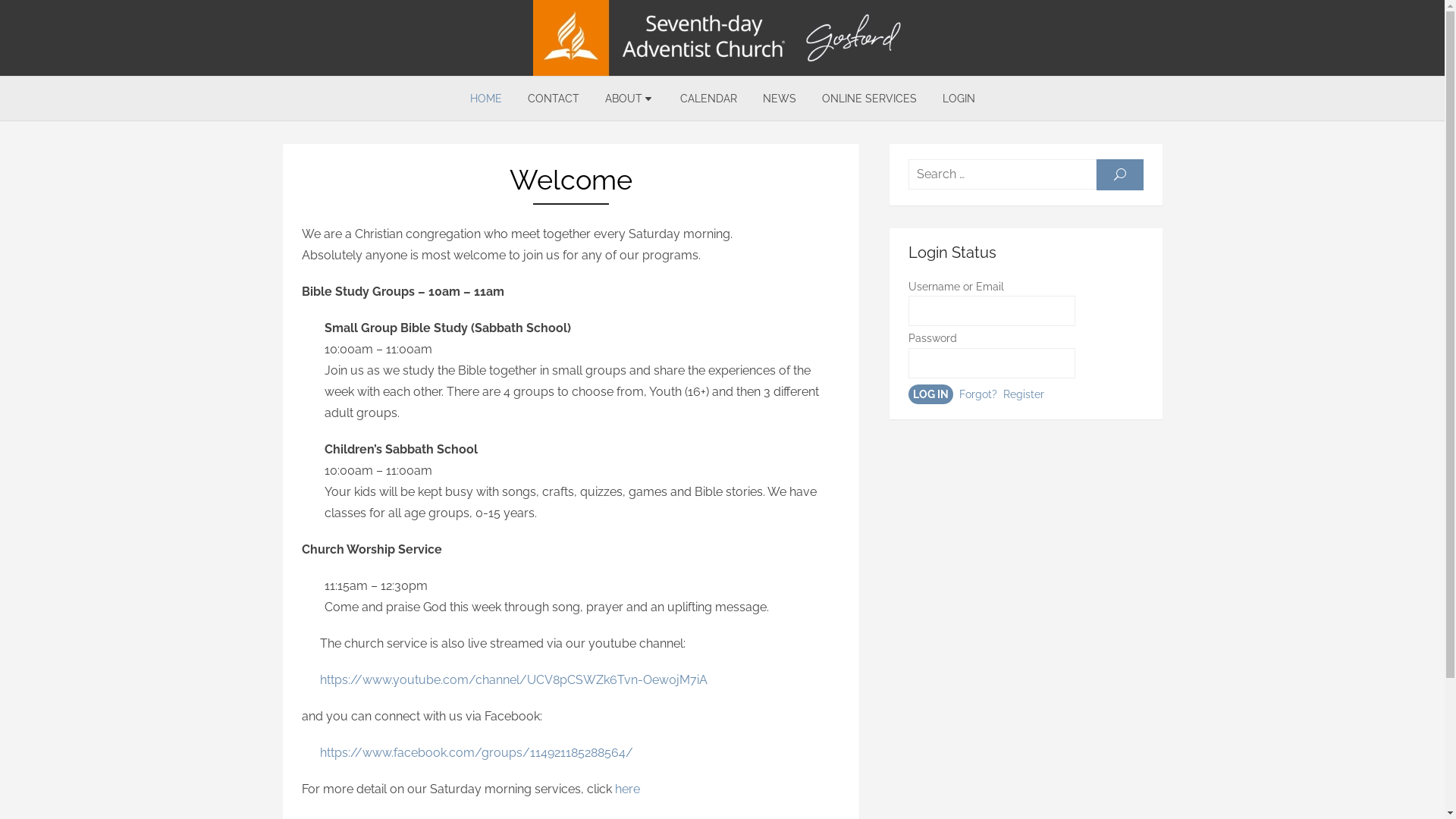 This screenshot has width=1456, height=819. Describe the element at coordinates (779, 99) in the screenshot. I see `'NEWS'` at that location.